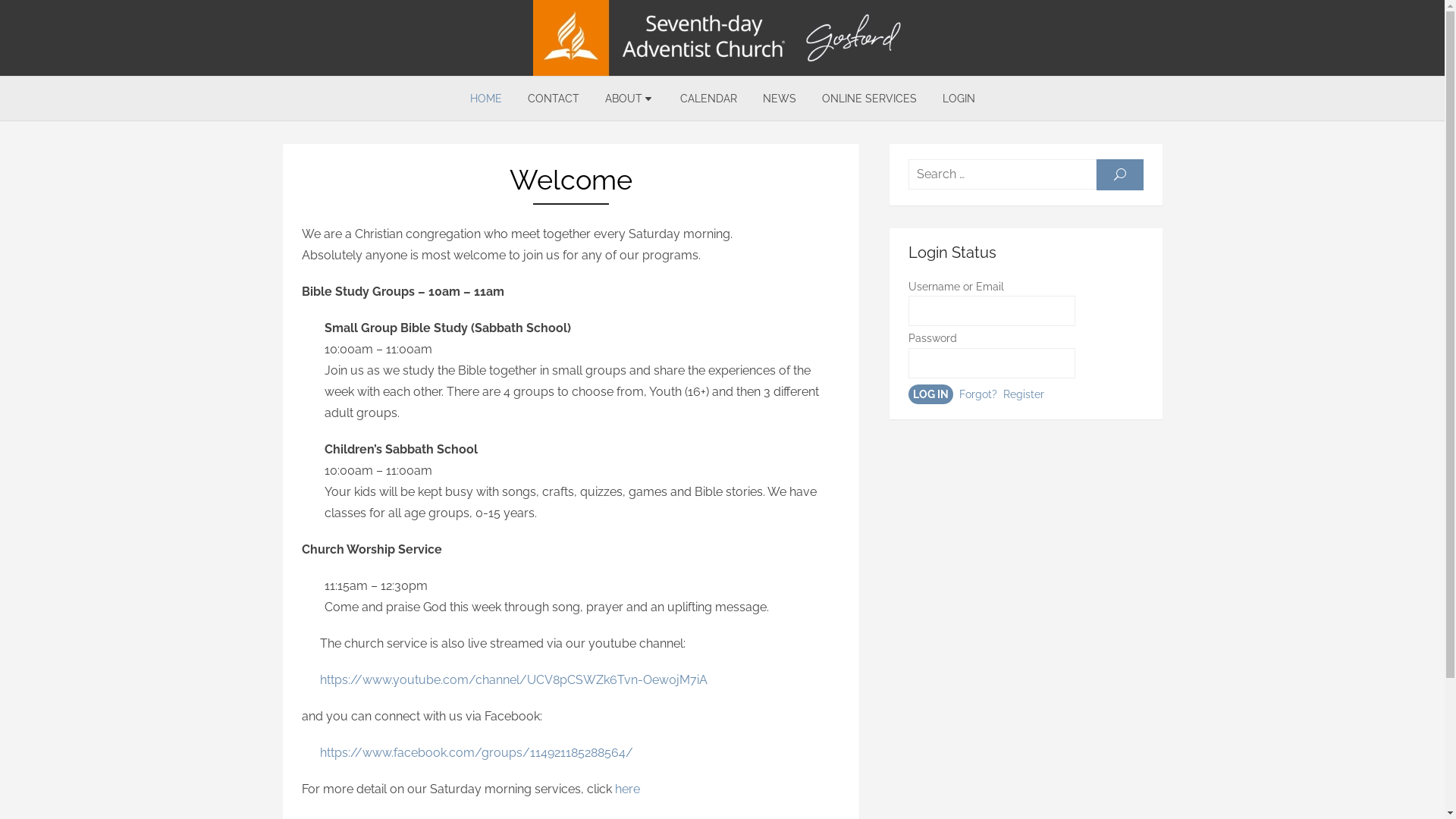 This screenshot has width=1456, height=819. Describe the element at coordinates (779, 99) in the screenshot. I see `'NEWS'` at that location.